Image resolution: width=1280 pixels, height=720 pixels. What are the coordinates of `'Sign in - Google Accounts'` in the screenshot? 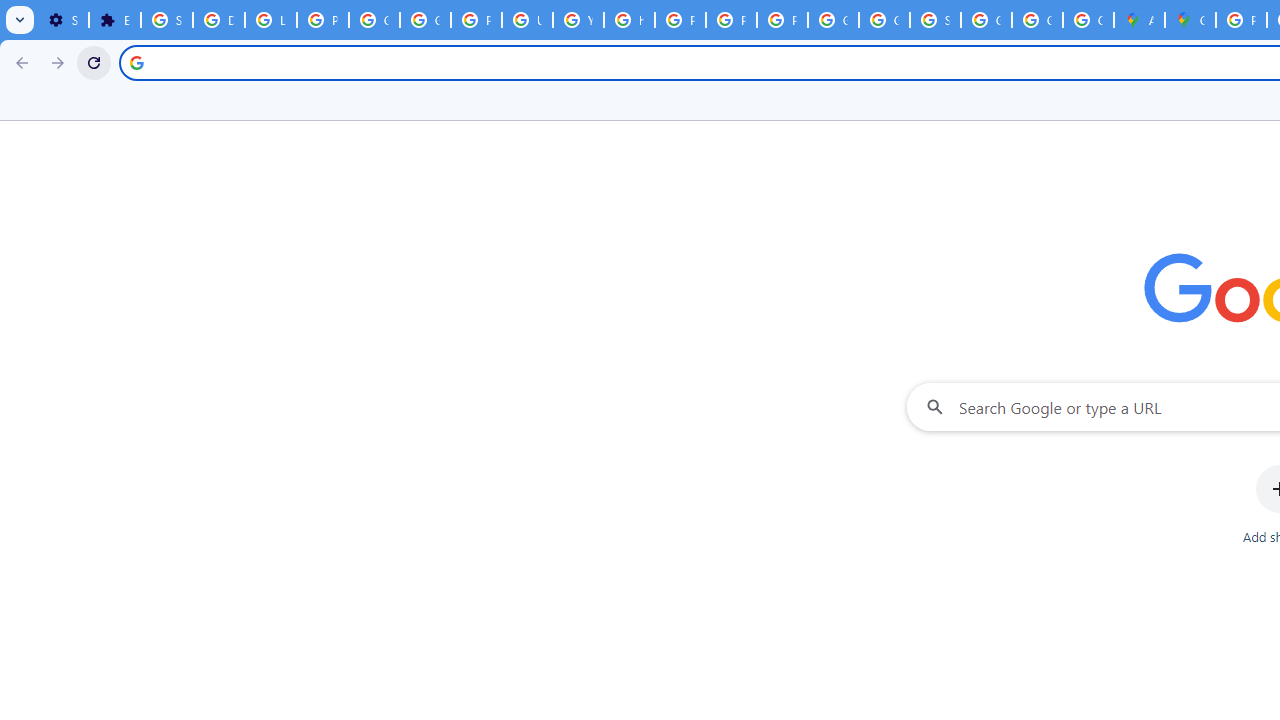 It's located at (167, 20).